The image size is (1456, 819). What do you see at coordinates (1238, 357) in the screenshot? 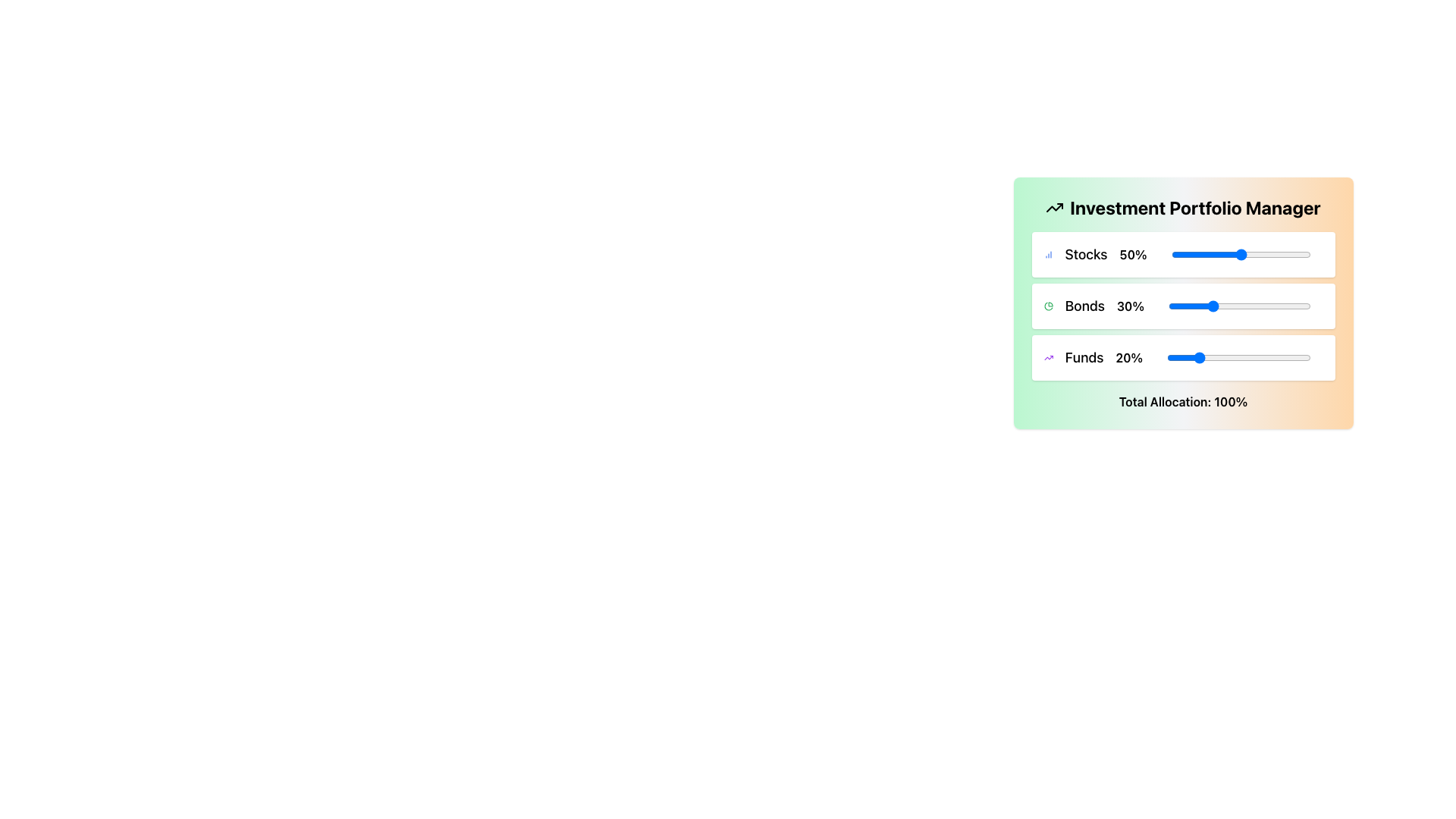
I see `the handle of the range slider located in the 'Funds 20%' row of the Investment Portfolio Manager` at bounding box center [1238, 357].